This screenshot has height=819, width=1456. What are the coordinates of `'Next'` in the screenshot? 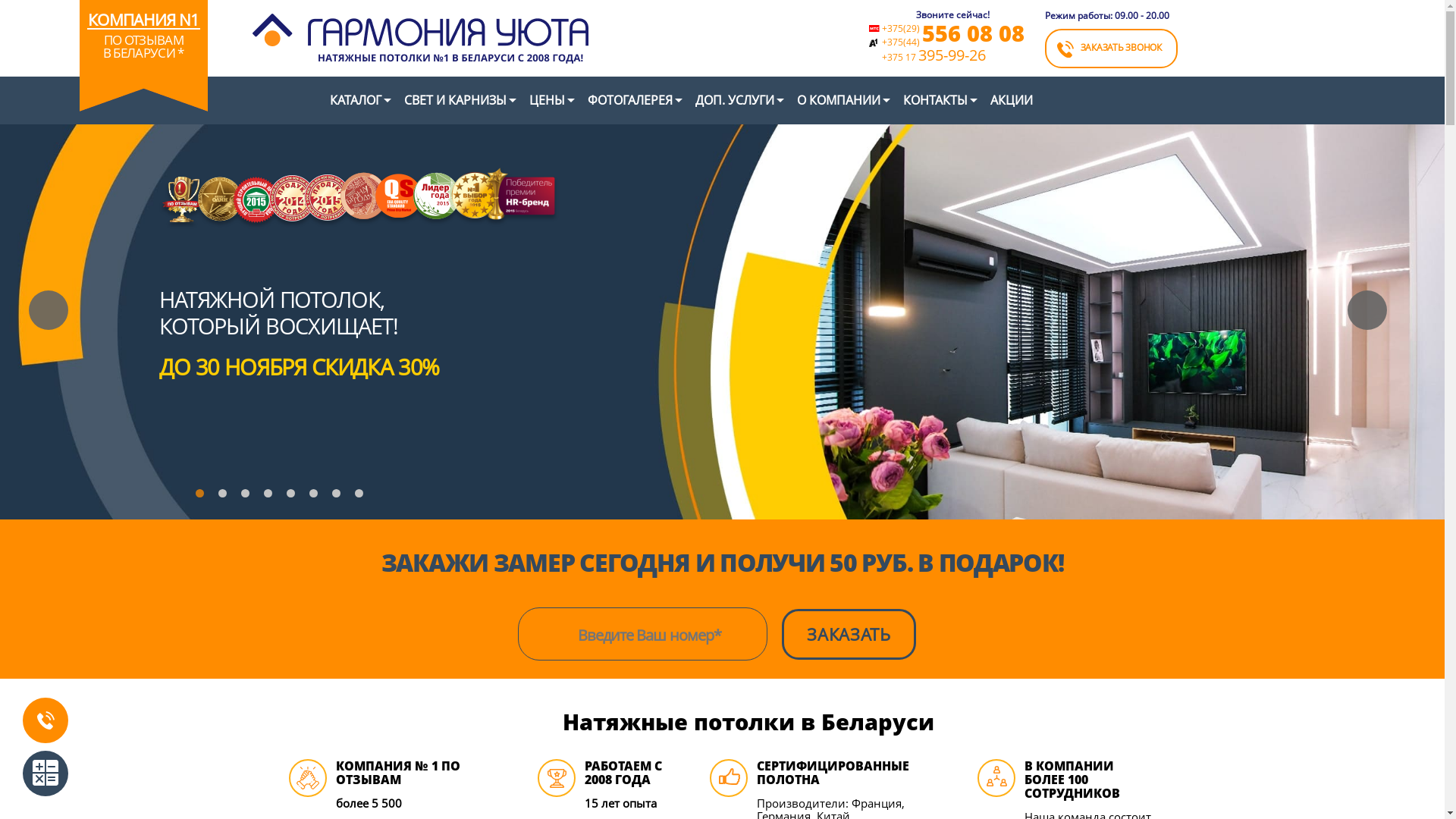 It's located at (1367, 309).